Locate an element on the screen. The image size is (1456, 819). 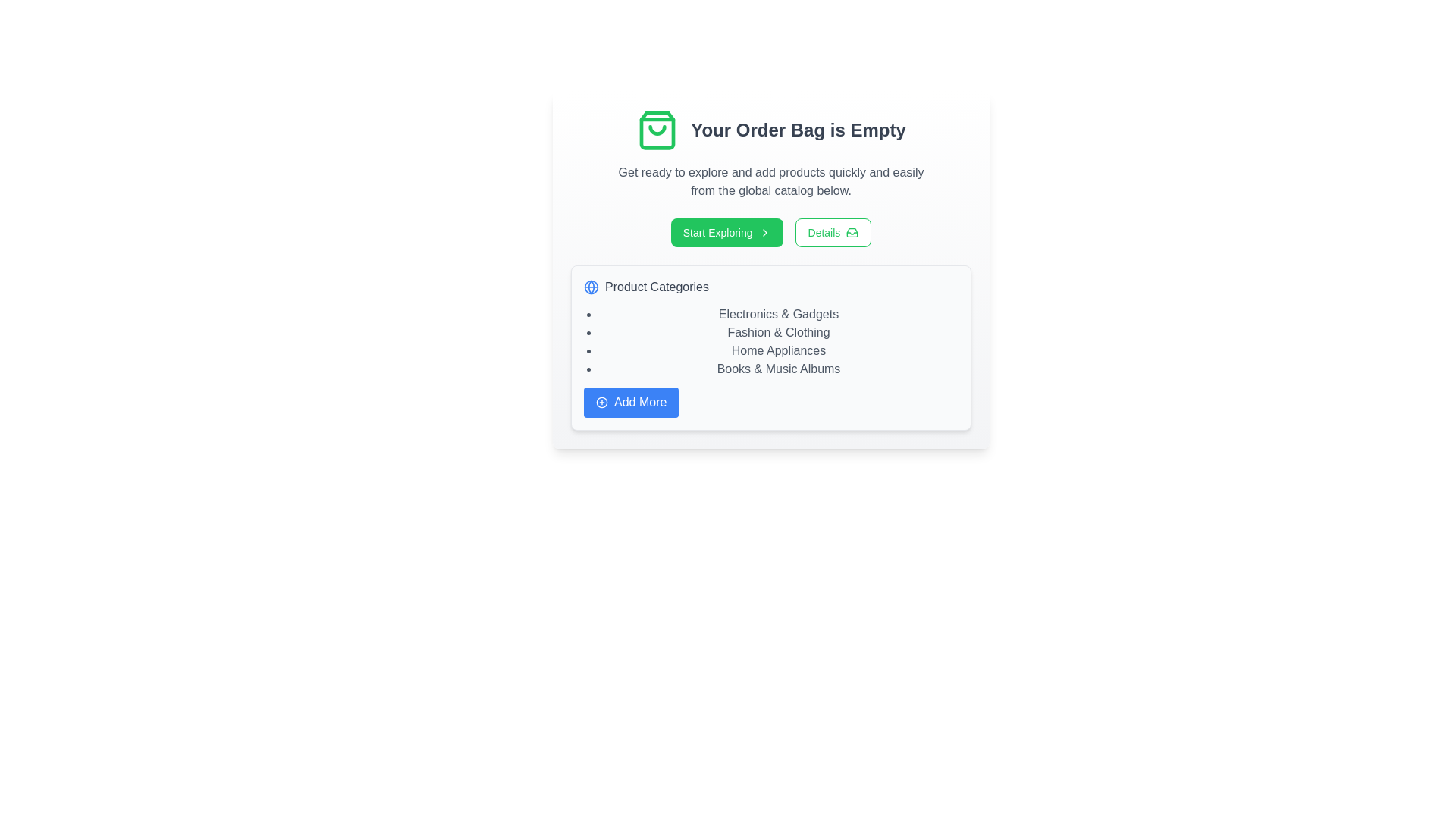
the bulleted list item is located at coordinates (771, 342).